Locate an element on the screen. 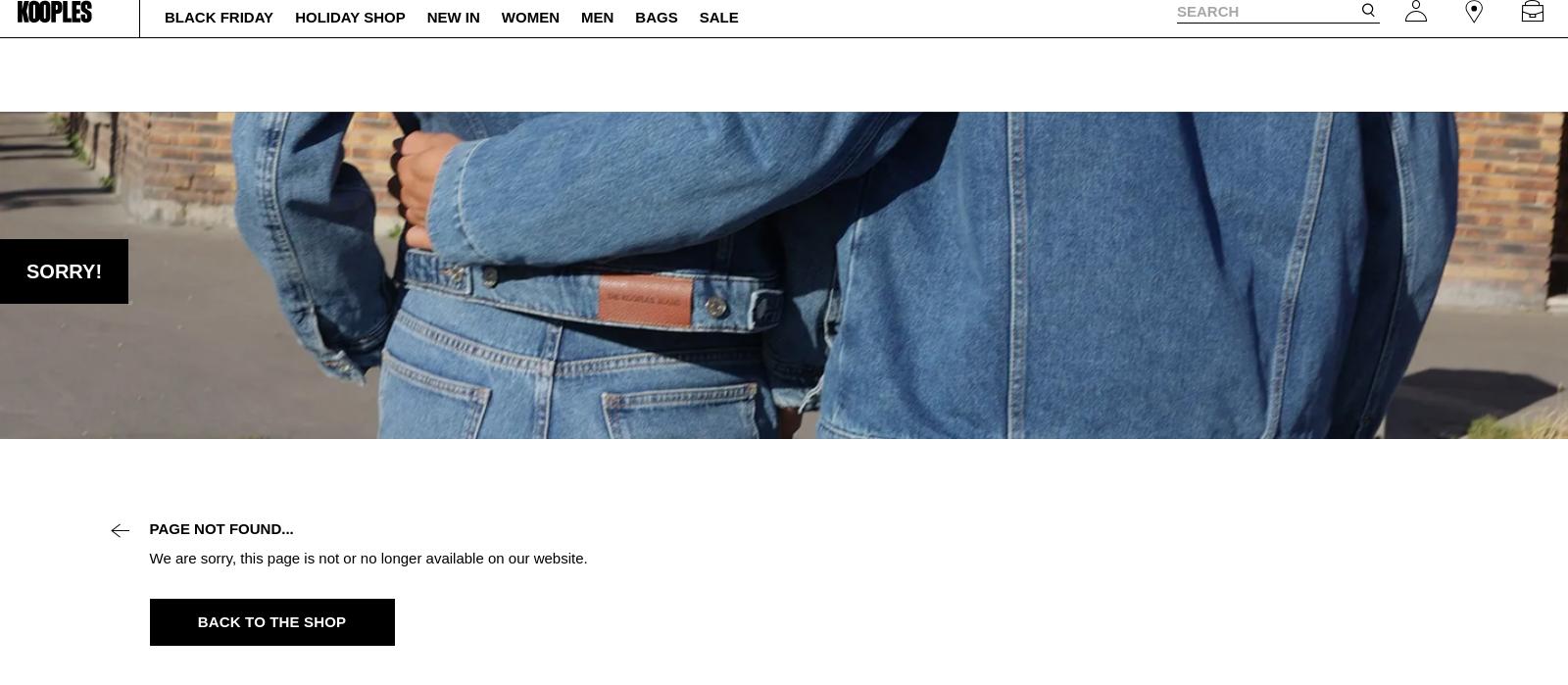 The height and width of the screenshot is (685, 1568). 'Black Friday' is located at coordinates (219, 90).